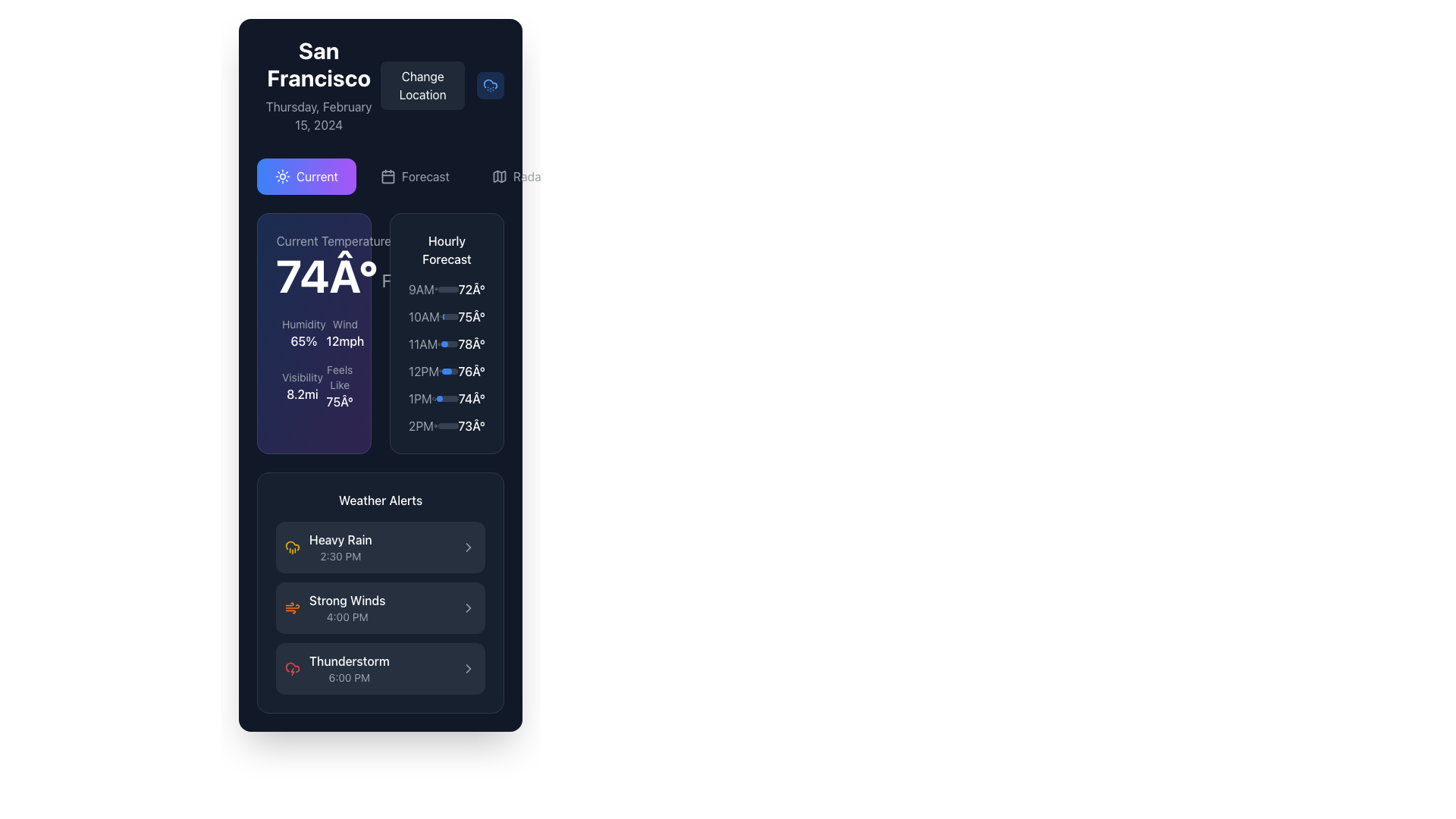 This screenshot has height=819, width=1456. Describe the element at coordinates (449, 344) in the screenshot. I see `the slim rectangular progress bar indicating progress for the '11AM' hourly forecast in the 'Hourly Forecast' panel` at that location.